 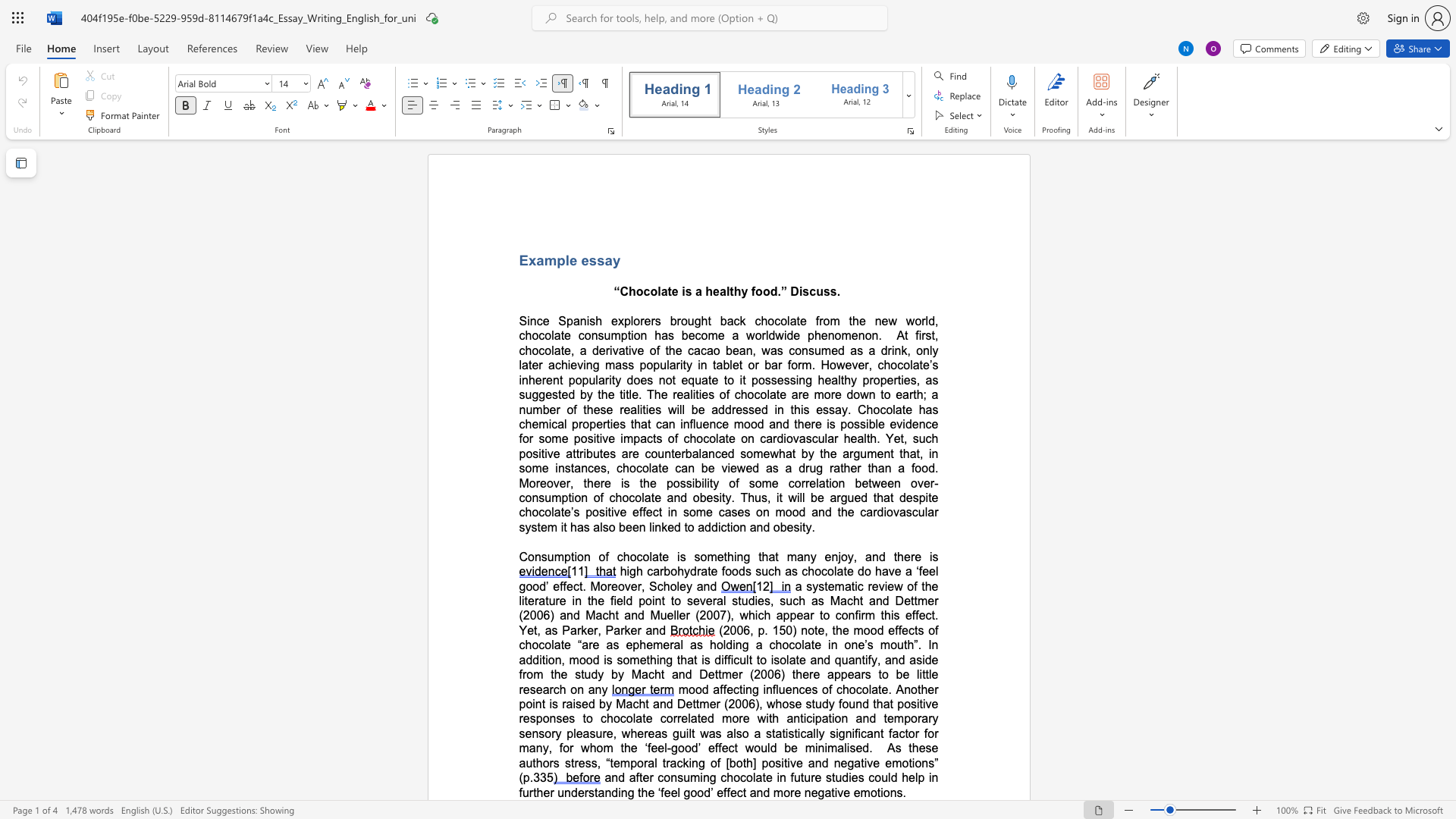 What do you see at coordinates (801, 571) in the screenshot?
I see `the subset text "chocolate do have" within the text "high carbohydrate foods such as chocolate do have a ‘feel good’ effect. Moreover, Scholey and"` at bounding box center [801, 571].